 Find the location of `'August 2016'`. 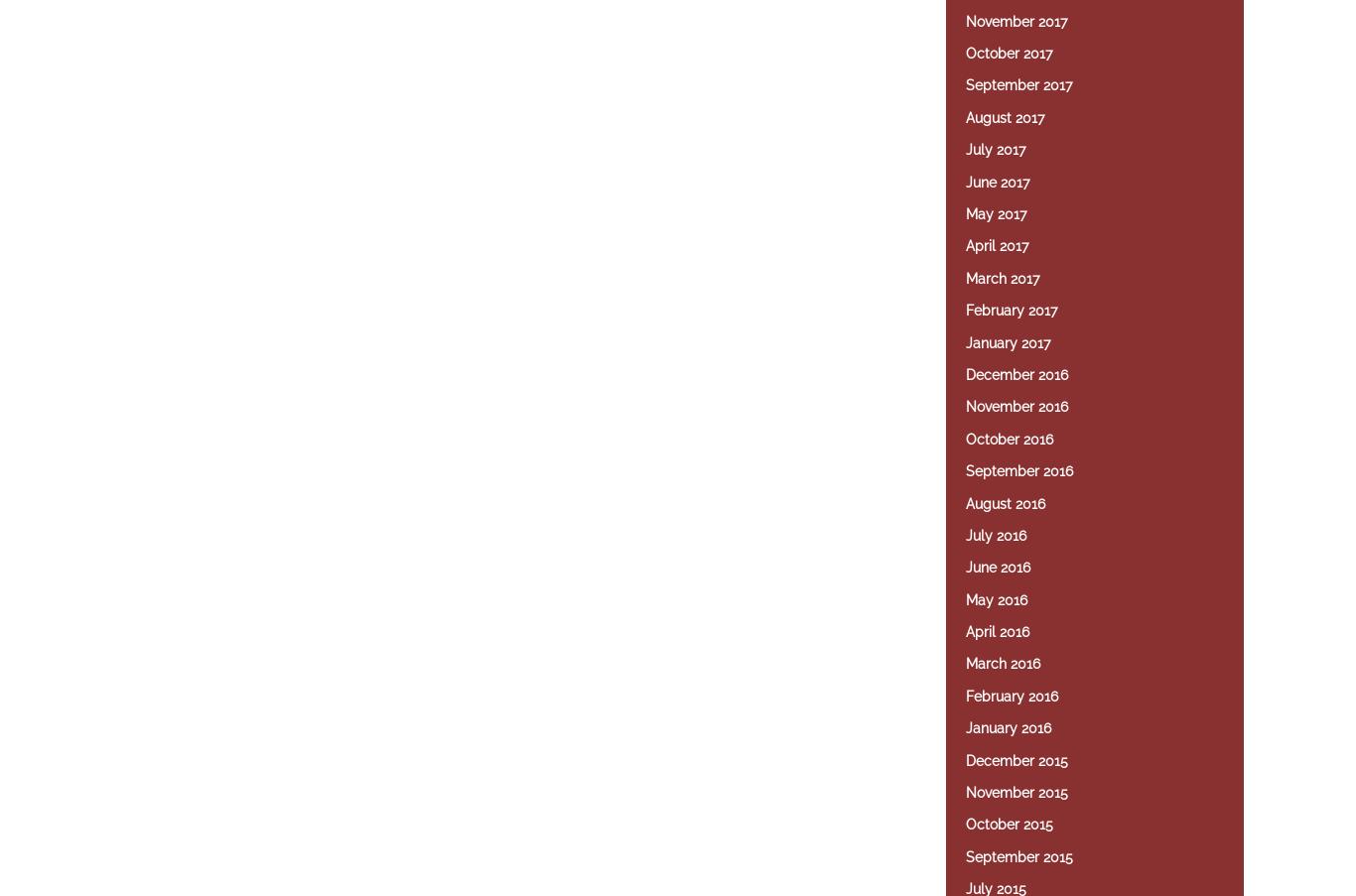

'August 2016' is located at coordinates (966, 503).